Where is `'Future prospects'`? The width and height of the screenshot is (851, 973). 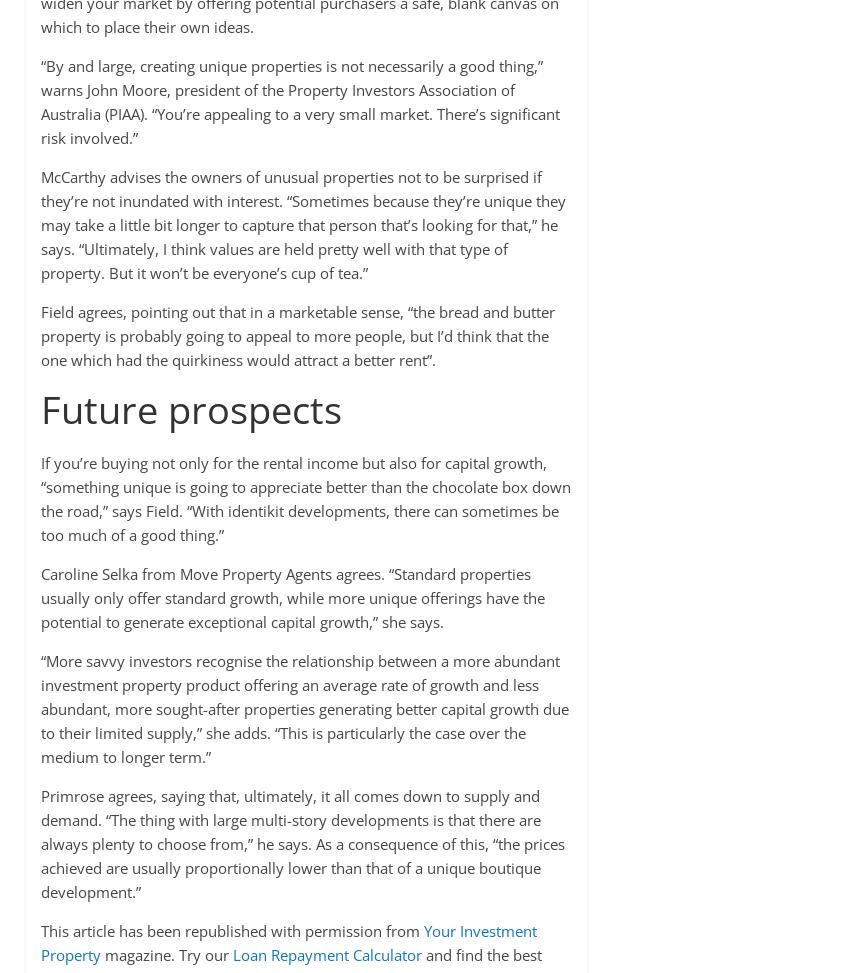
'Future prospects' is located at coordinates (189, 407).